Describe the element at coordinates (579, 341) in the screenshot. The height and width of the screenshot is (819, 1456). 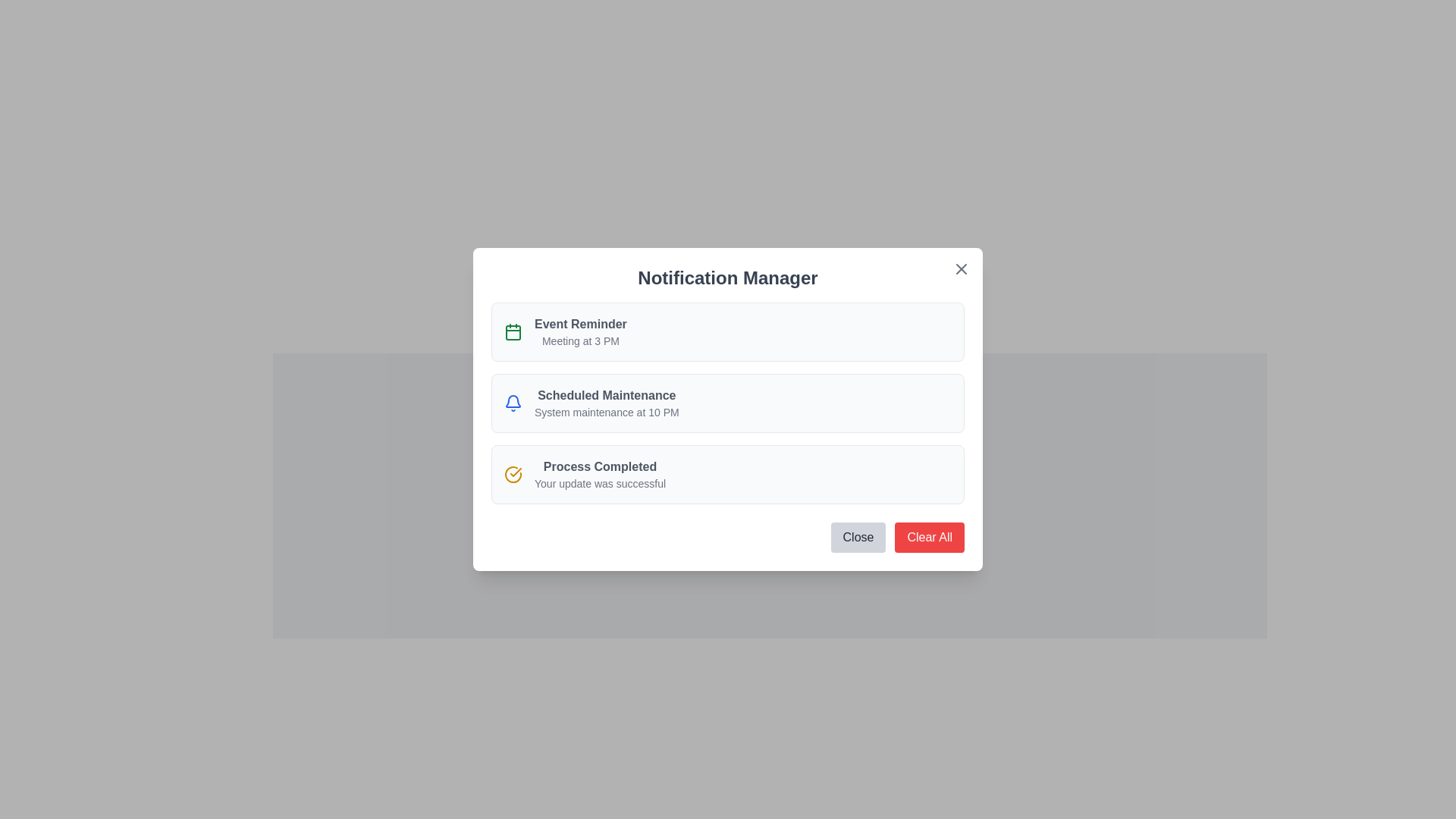
I see `the Text label that provides additional information about the 'Event Reminder' notification, located below the 'Event Reminder' text in the Notification Manager modal` at that location.